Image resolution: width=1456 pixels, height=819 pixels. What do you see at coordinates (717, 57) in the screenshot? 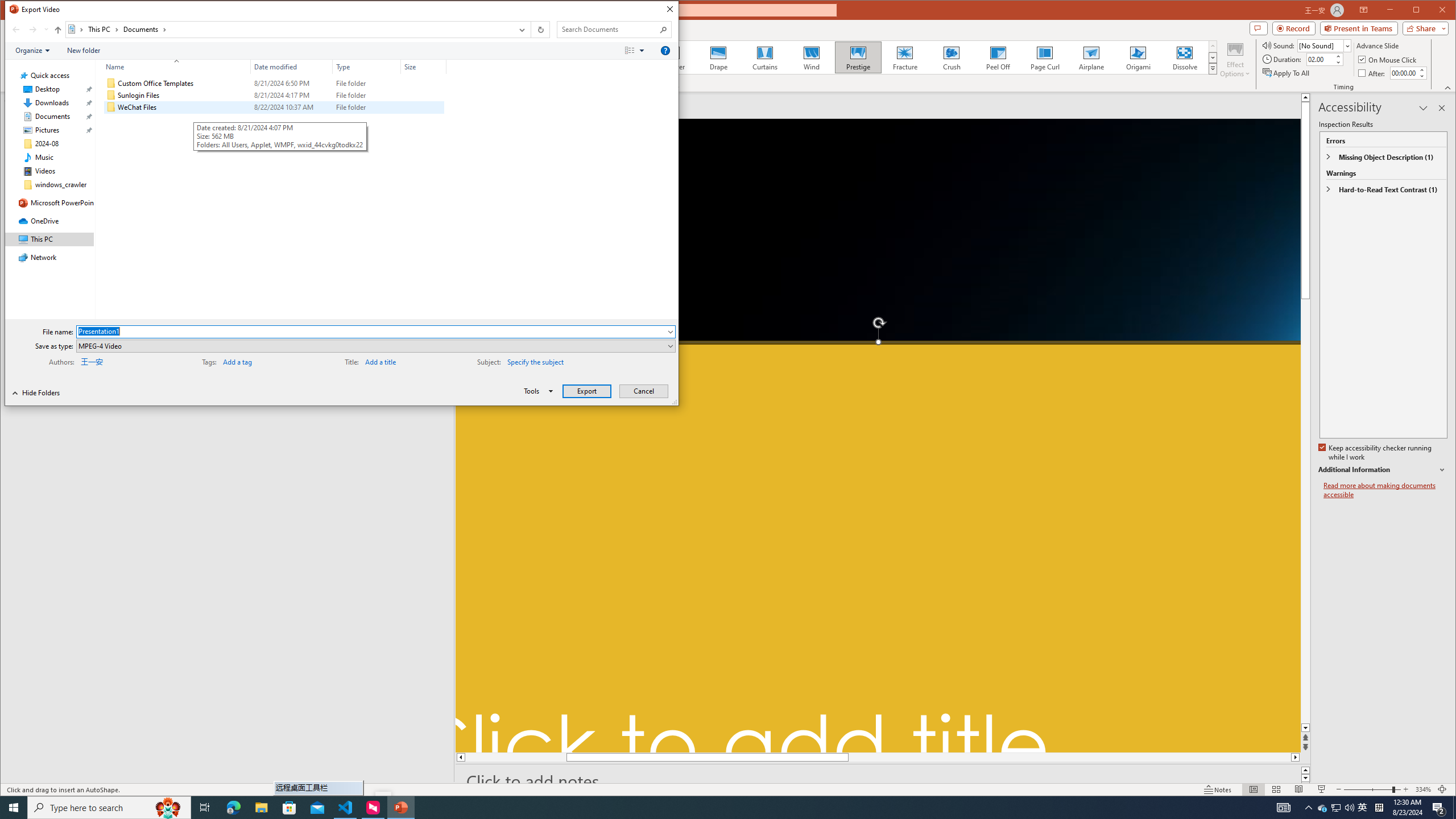
I see `'Drape'` at bounding box center [717, 57].